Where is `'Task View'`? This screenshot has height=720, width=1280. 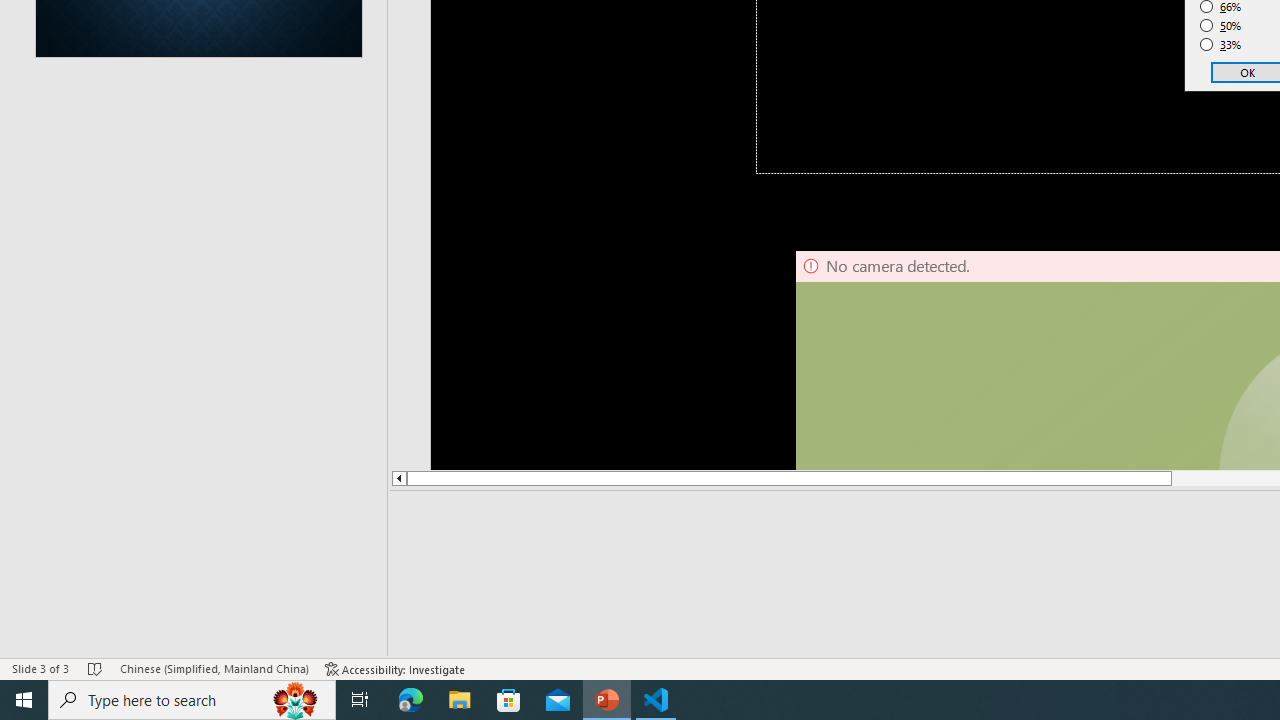 'Task View' is located at coordinates (359, 698).